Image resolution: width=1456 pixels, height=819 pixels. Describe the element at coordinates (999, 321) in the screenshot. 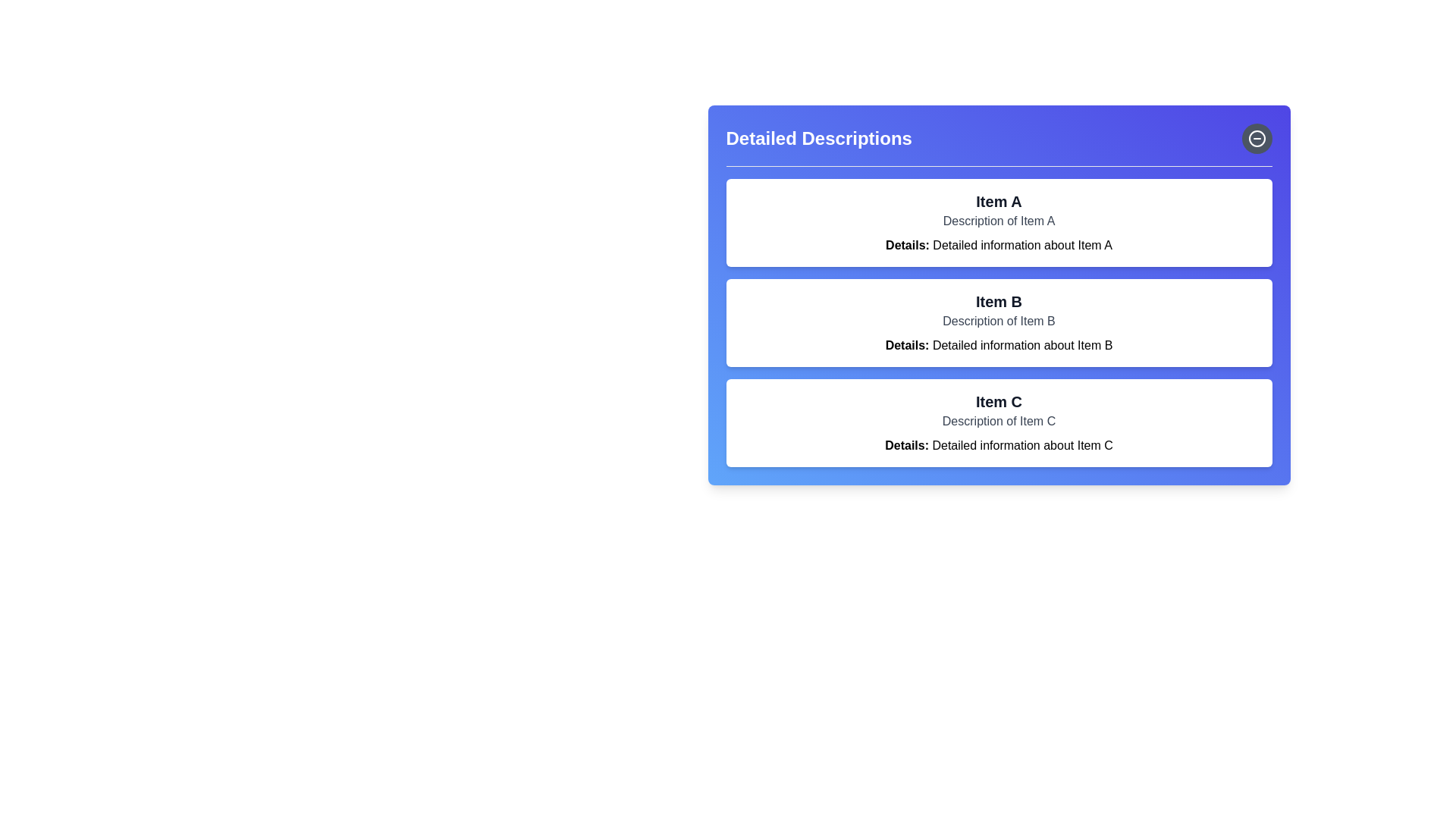

I see `the text label displaying 'Description of Item B', which is aligned horizontally and styled in gray, located within the 'Item B' panel` at that location.